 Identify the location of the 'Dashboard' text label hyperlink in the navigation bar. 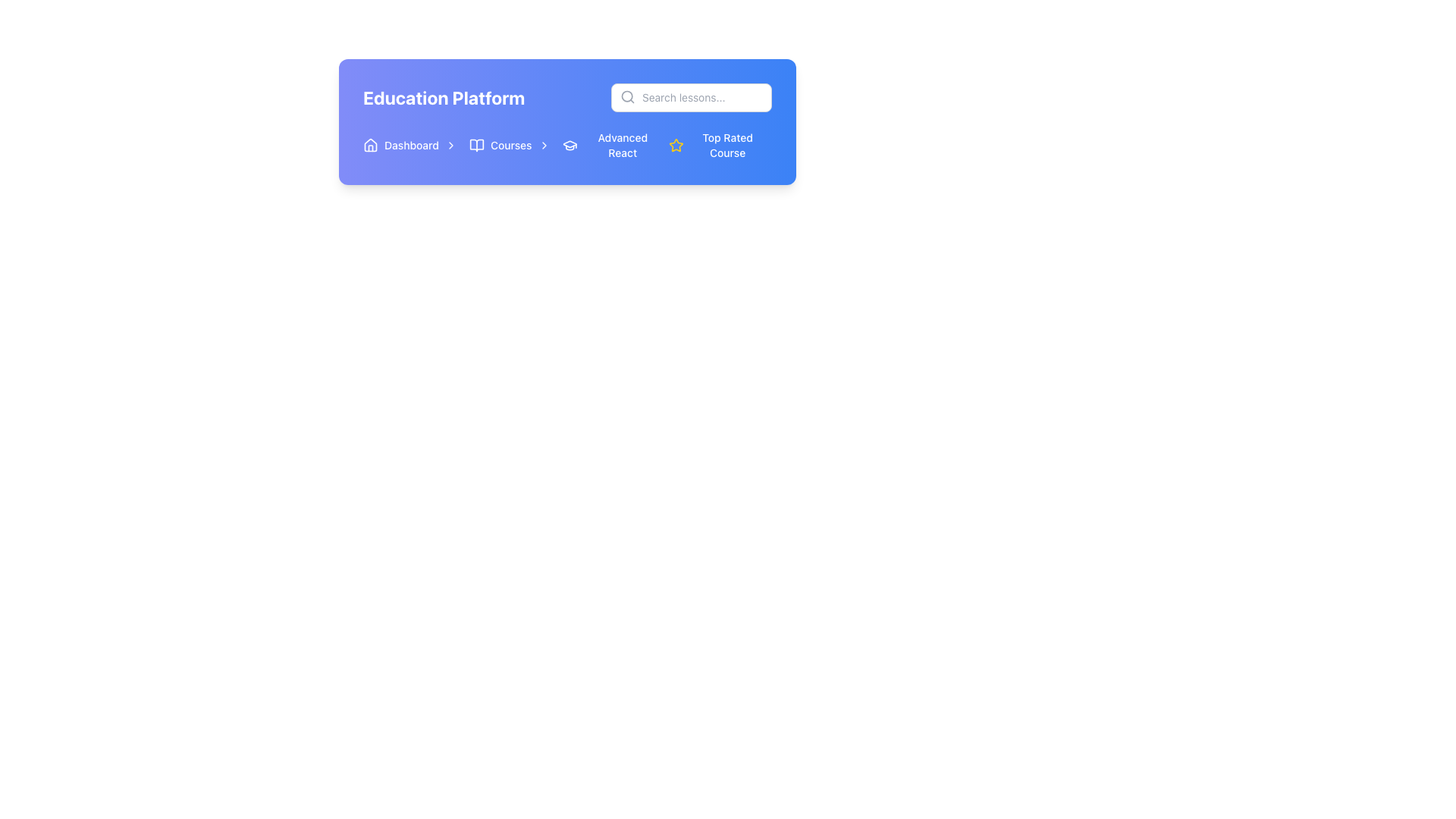
(411, 146).